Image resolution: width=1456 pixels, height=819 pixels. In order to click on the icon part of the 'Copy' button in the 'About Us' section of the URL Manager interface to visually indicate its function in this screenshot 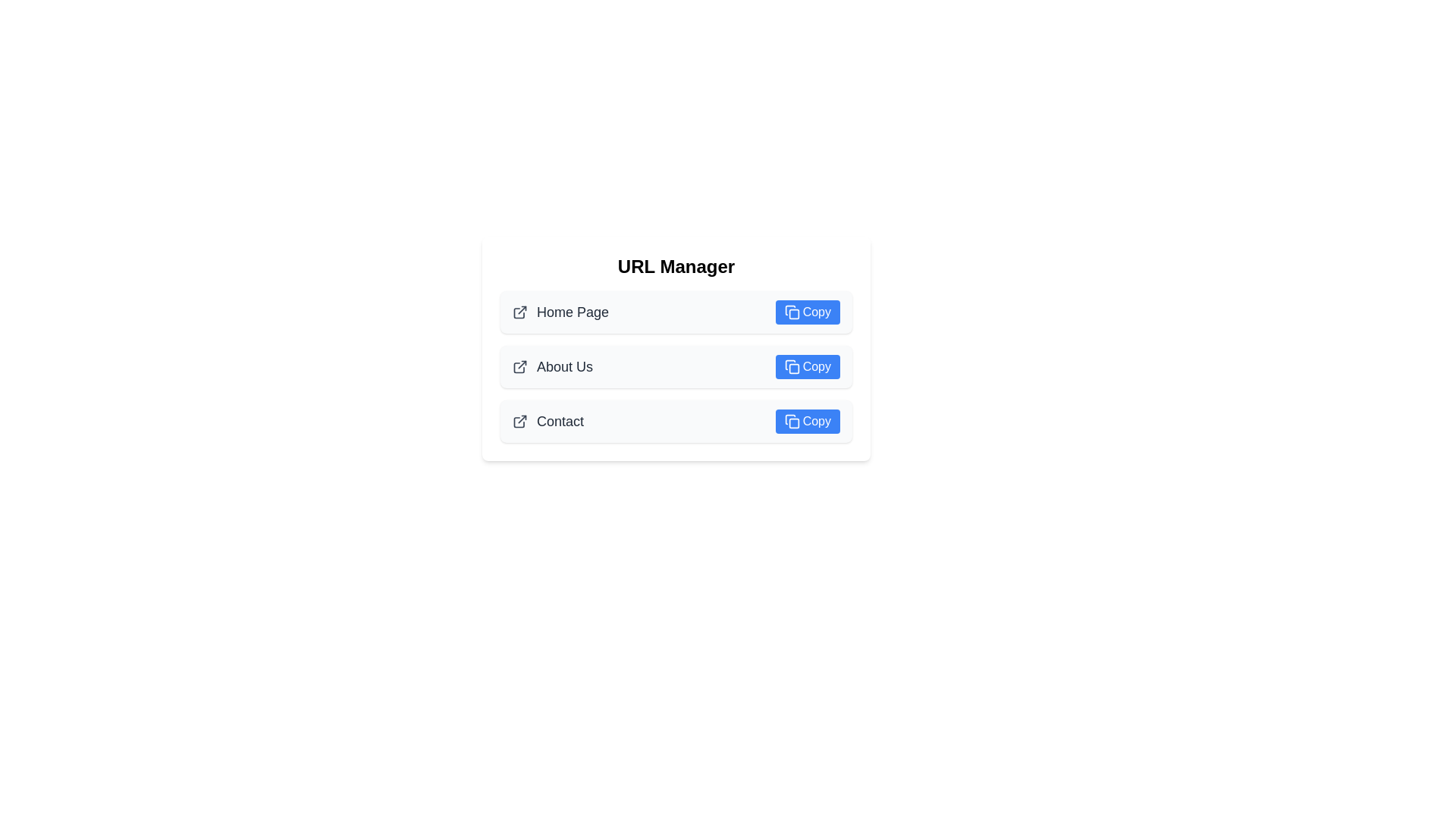, I will do `click(789, 365)`.